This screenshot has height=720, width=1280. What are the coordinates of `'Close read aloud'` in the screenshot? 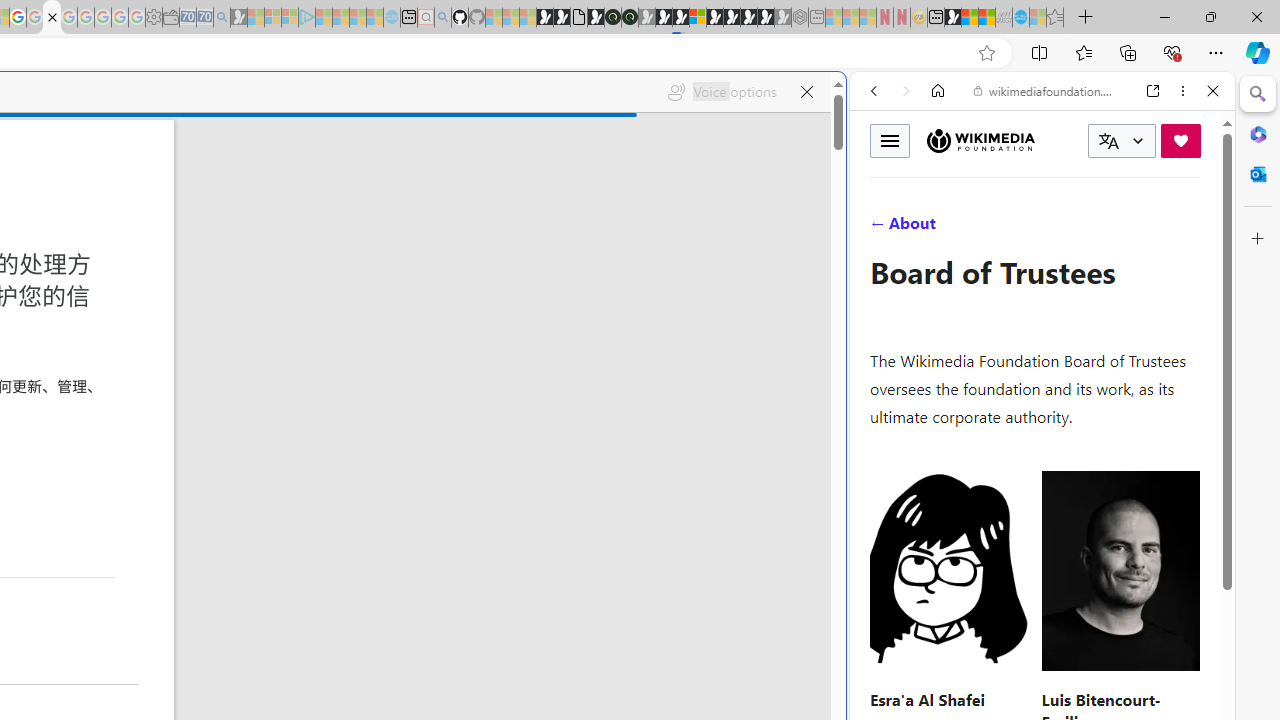 It's located at (806, 92).